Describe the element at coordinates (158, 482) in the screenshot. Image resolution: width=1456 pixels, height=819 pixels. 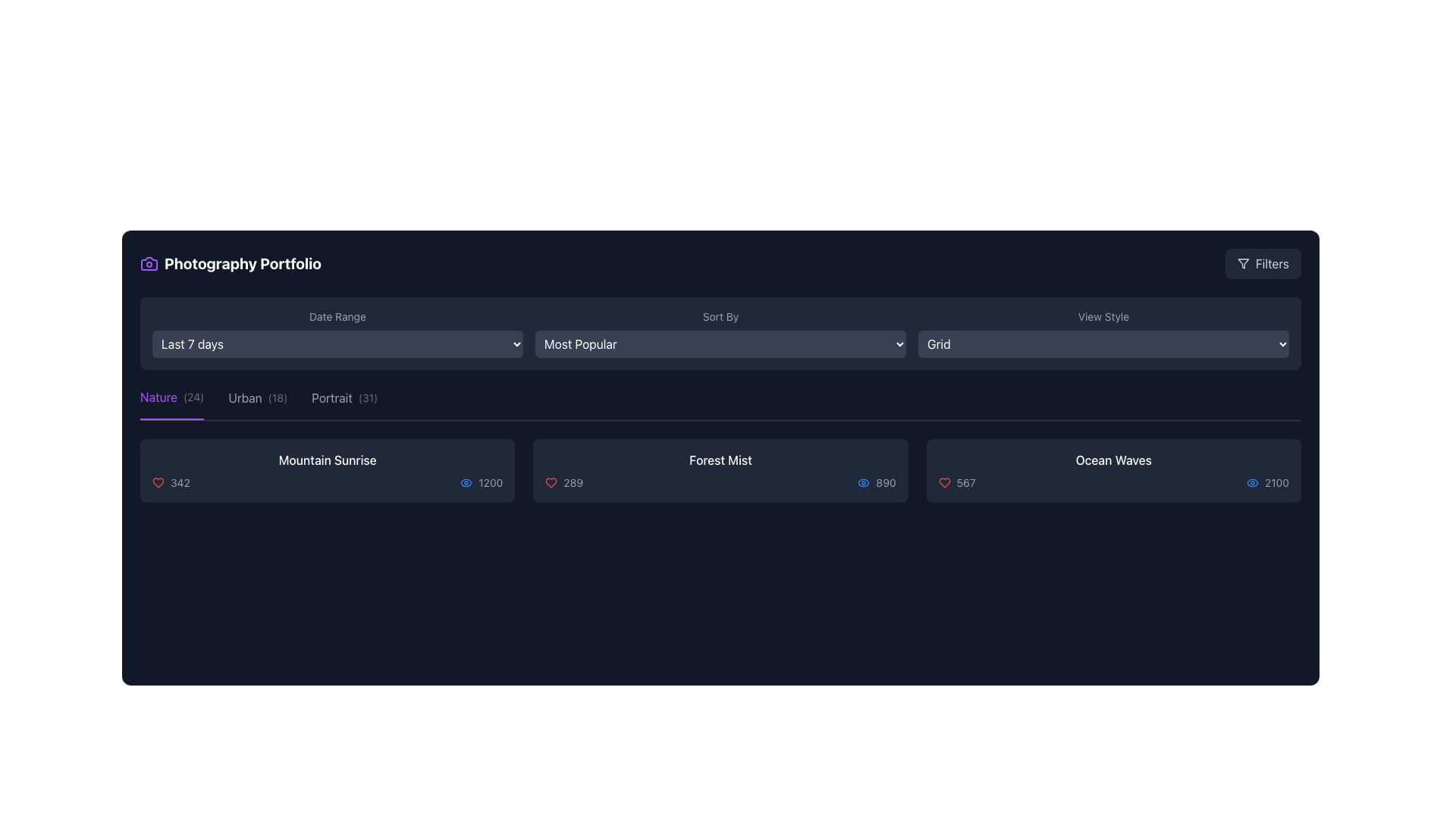
I see `the heart icon located to the left of the number '342' in the first content card titled 'Mountain Sunrise' in the 'Nature' category to mark it as liked or unliked` at that location.